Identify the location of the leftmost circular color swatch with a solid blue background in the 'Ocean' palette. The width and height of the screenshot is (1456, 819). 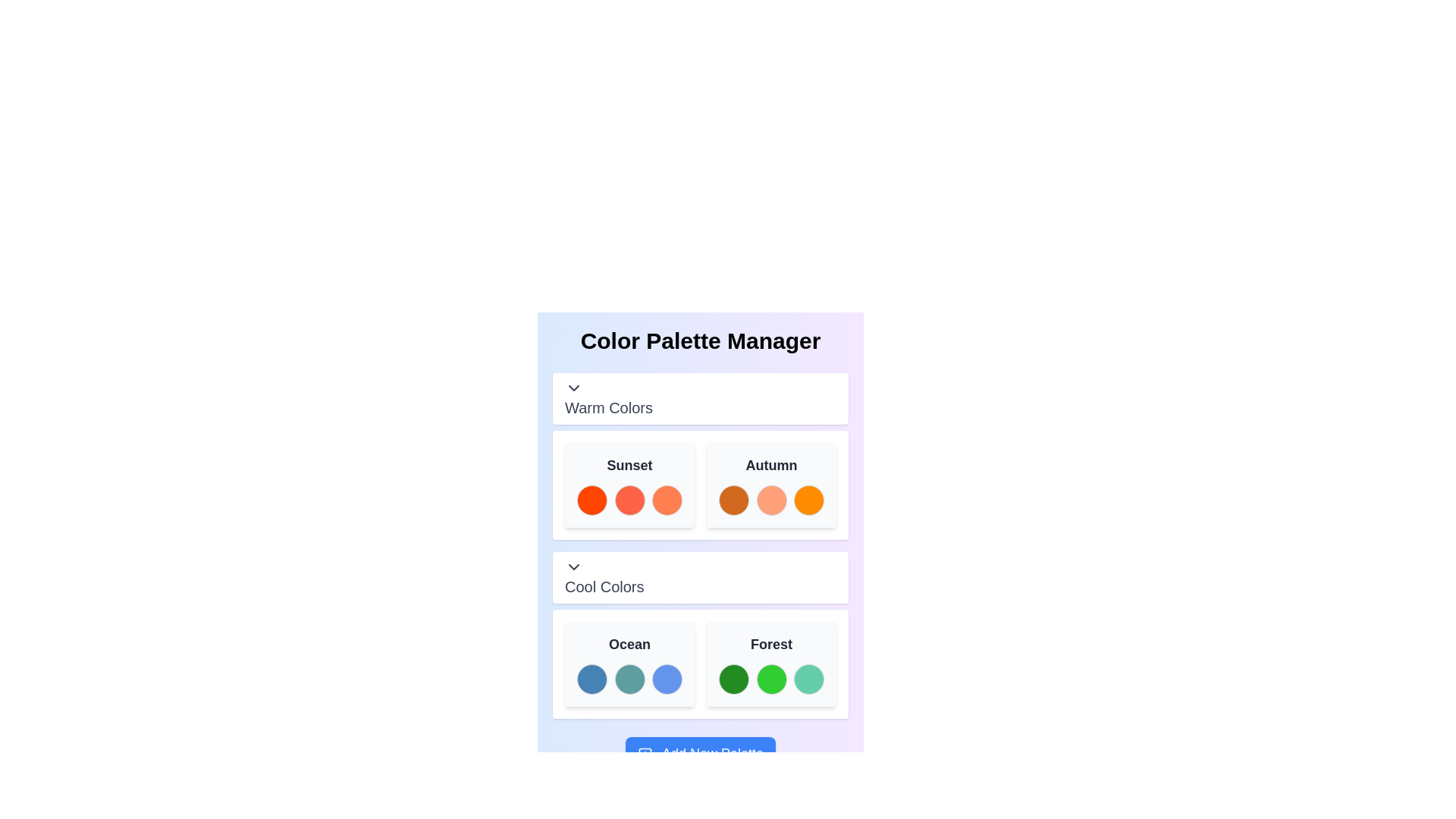
(591, 678).